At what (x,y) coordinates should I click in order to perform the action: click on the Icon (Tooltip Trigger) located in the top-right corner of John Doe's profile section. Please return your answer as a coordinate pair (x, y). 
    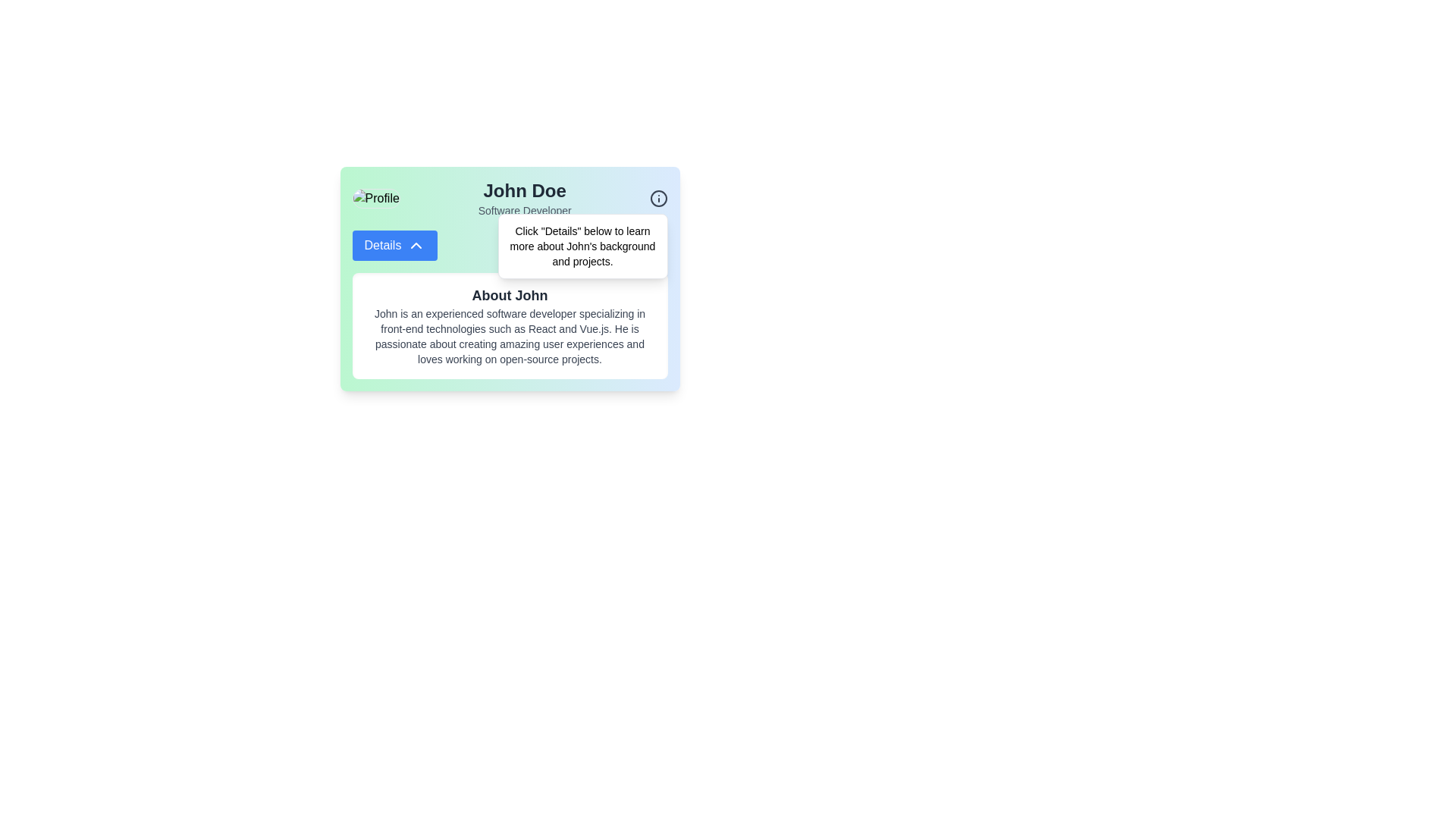
    Looking at the image, I should click on (658, 198).